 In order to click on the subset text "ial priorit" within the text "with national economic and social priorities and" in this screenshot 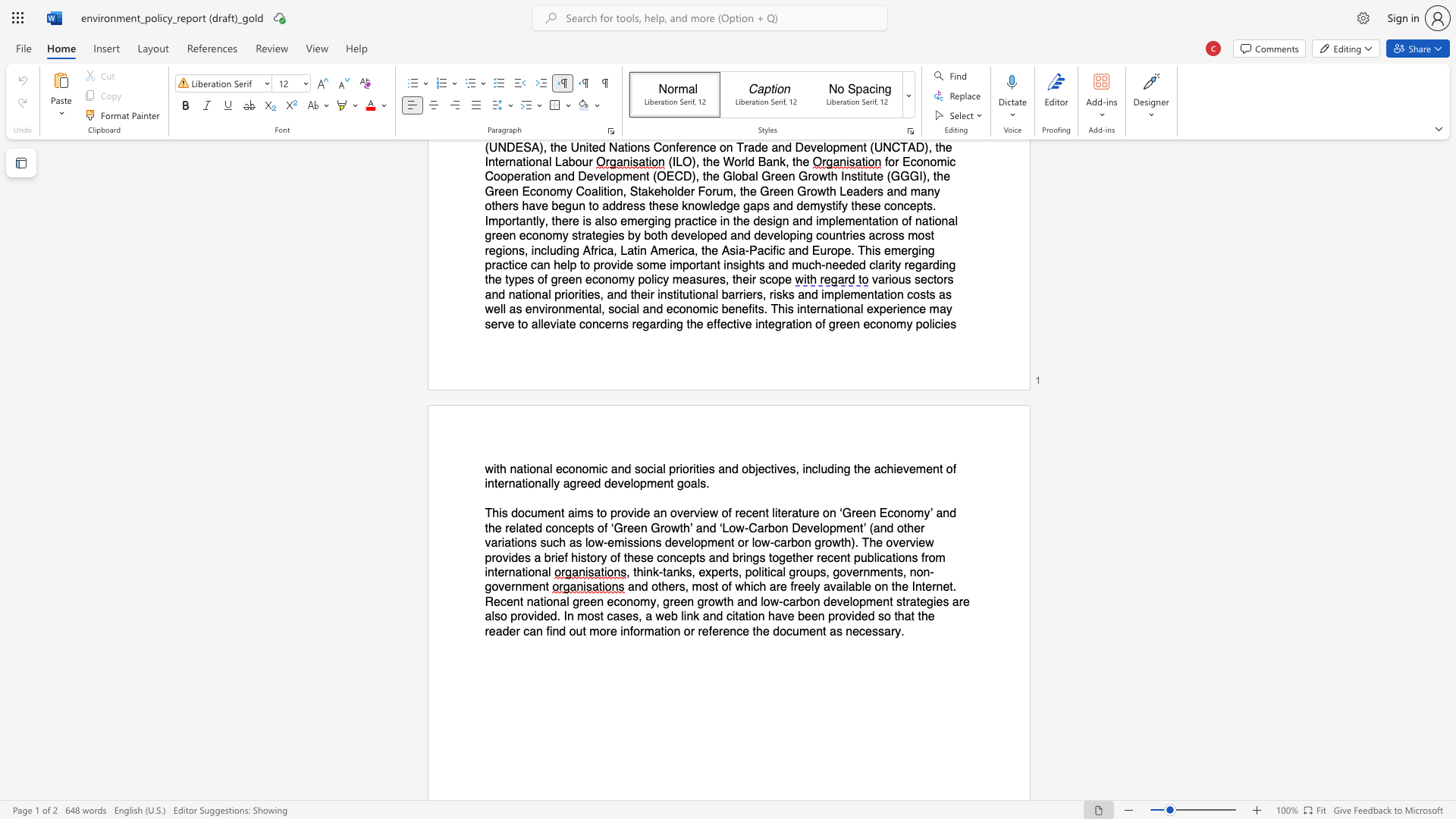, I will do `click(653, 468)`.